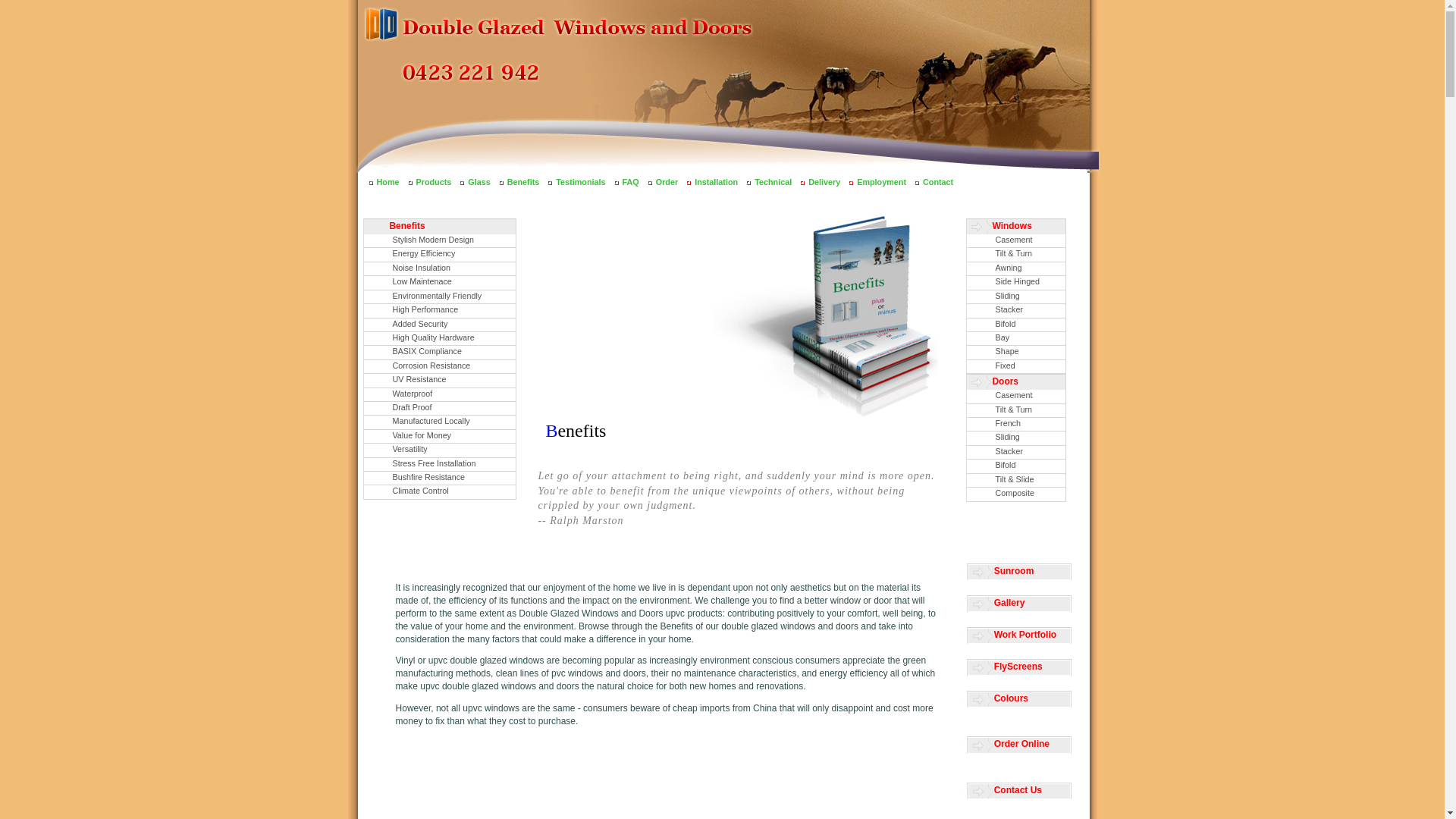  What do you see at coordinates (1019, 572) in the screenshot?
I see `'Sunroom'` at bounding box center [1019, 572].